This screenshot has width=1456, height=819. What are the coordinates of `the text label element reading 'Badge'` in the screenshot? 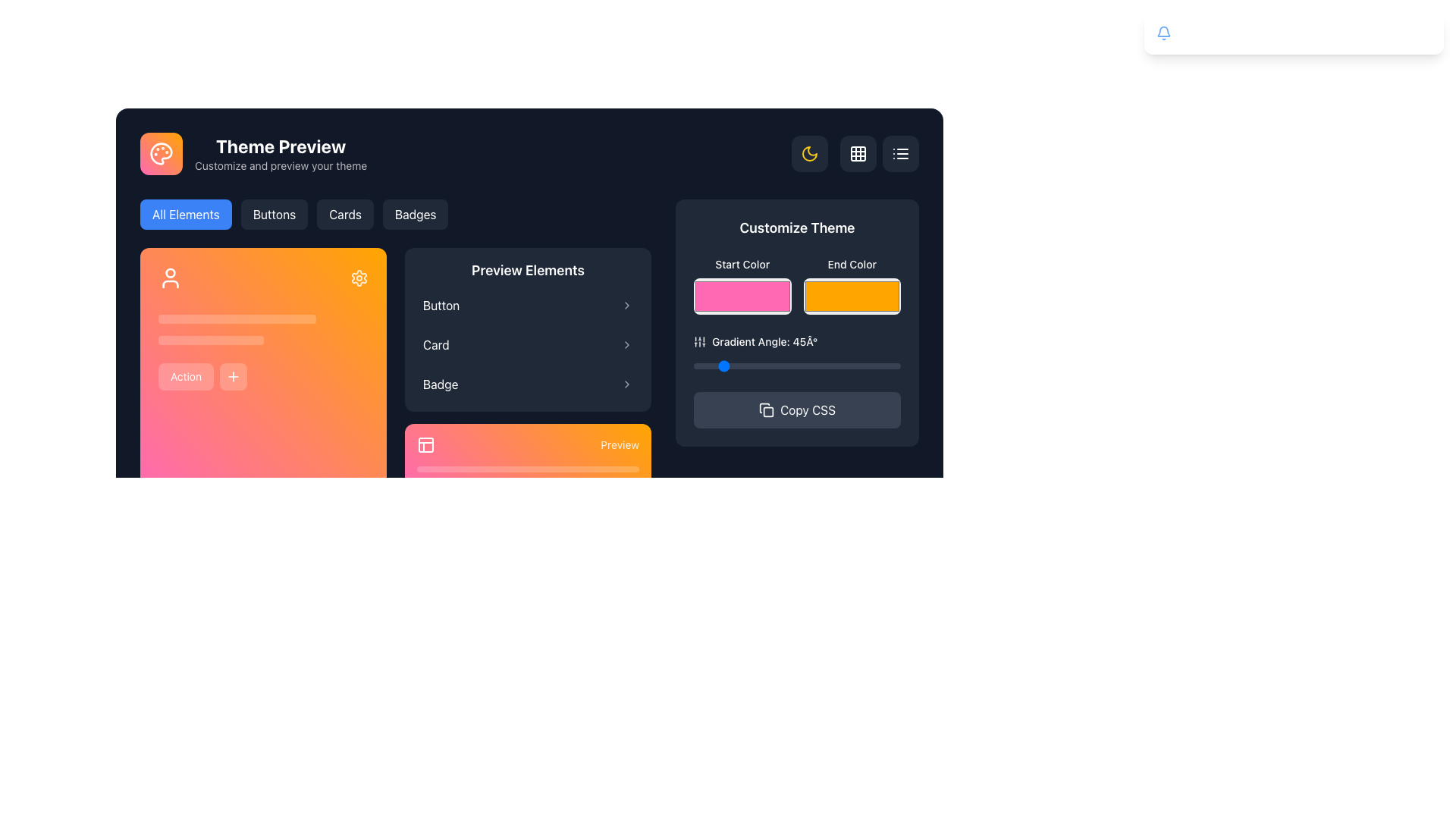 It's located at (440, 383).